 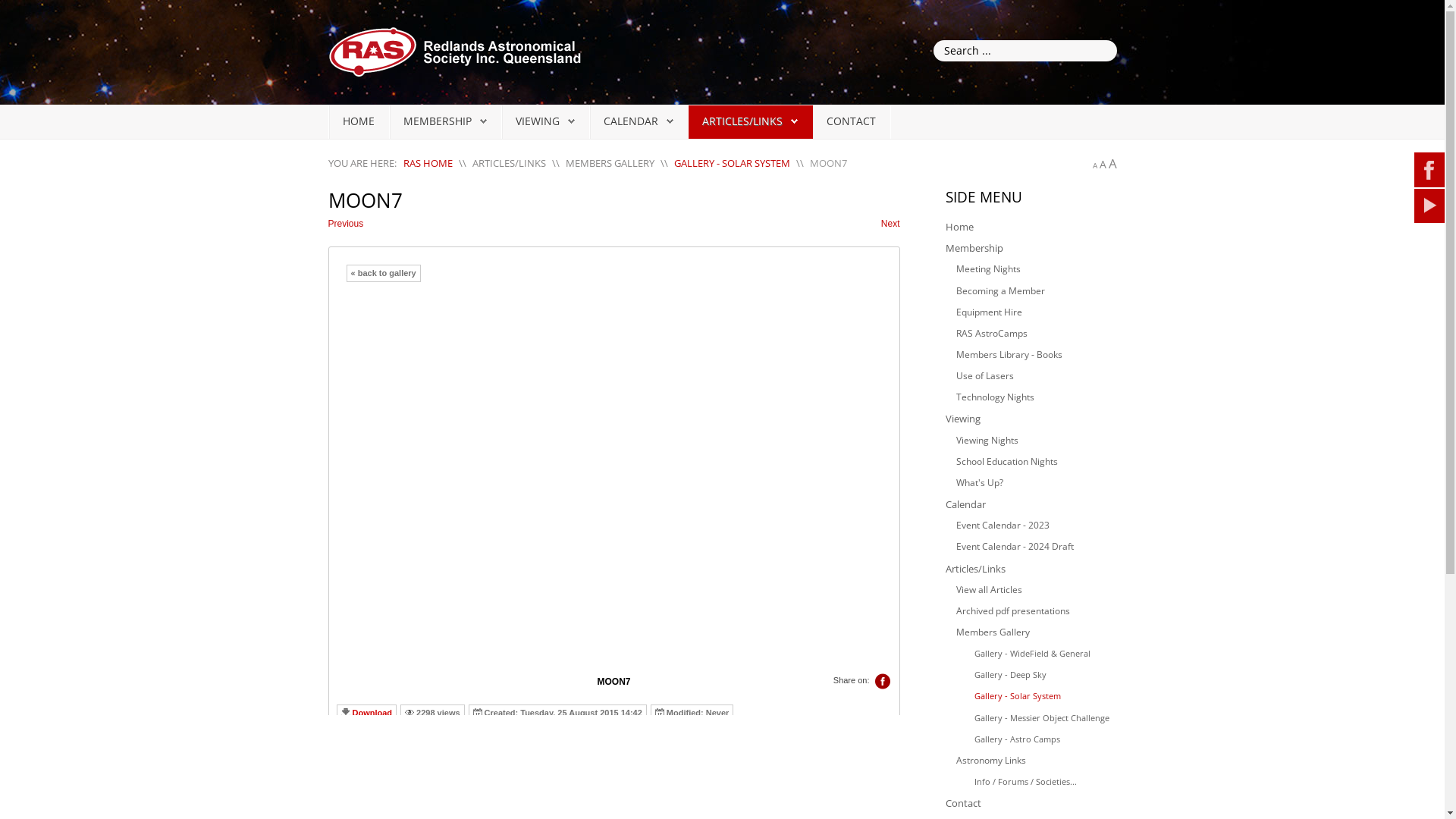 What do you see at coordinates (327, 224) in the screenshot?
I see `'Previous'` at bounding box center [327, 224].